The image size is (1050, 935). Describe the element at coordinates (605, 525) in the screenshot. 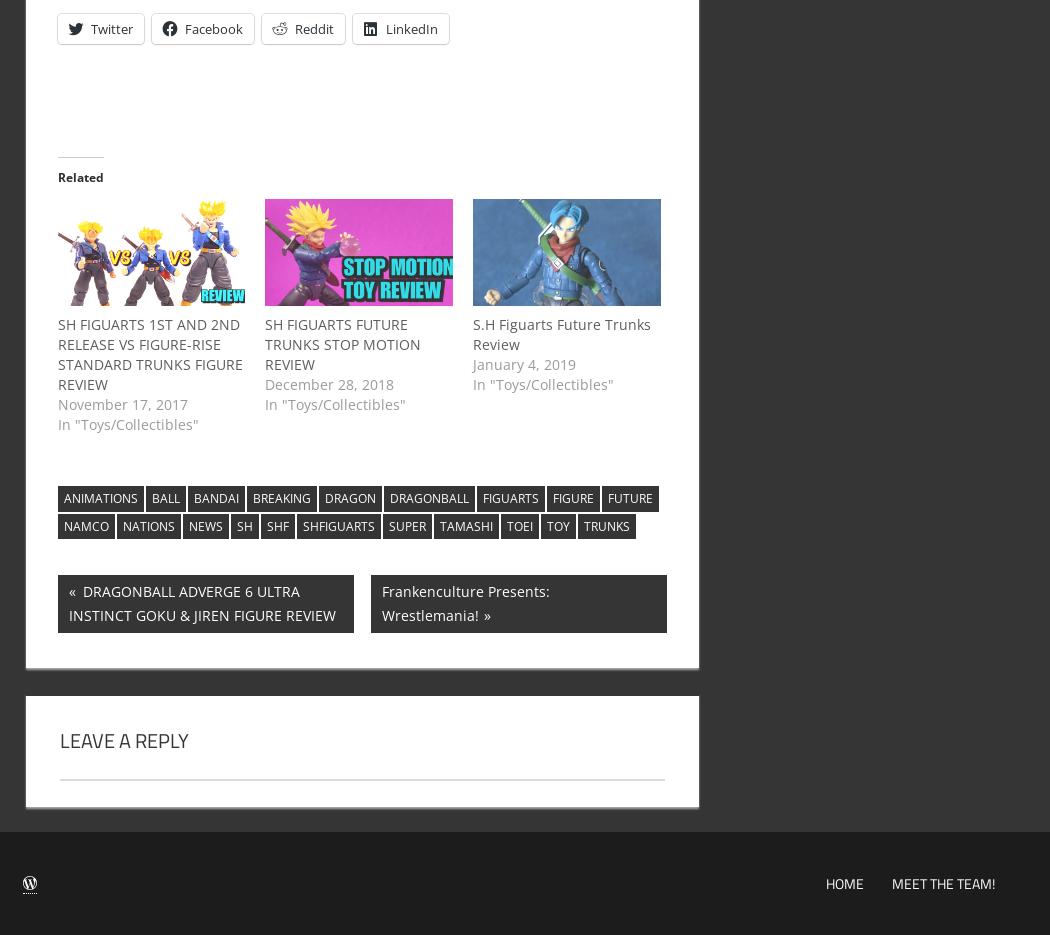

I see `'trunks'` at that location.